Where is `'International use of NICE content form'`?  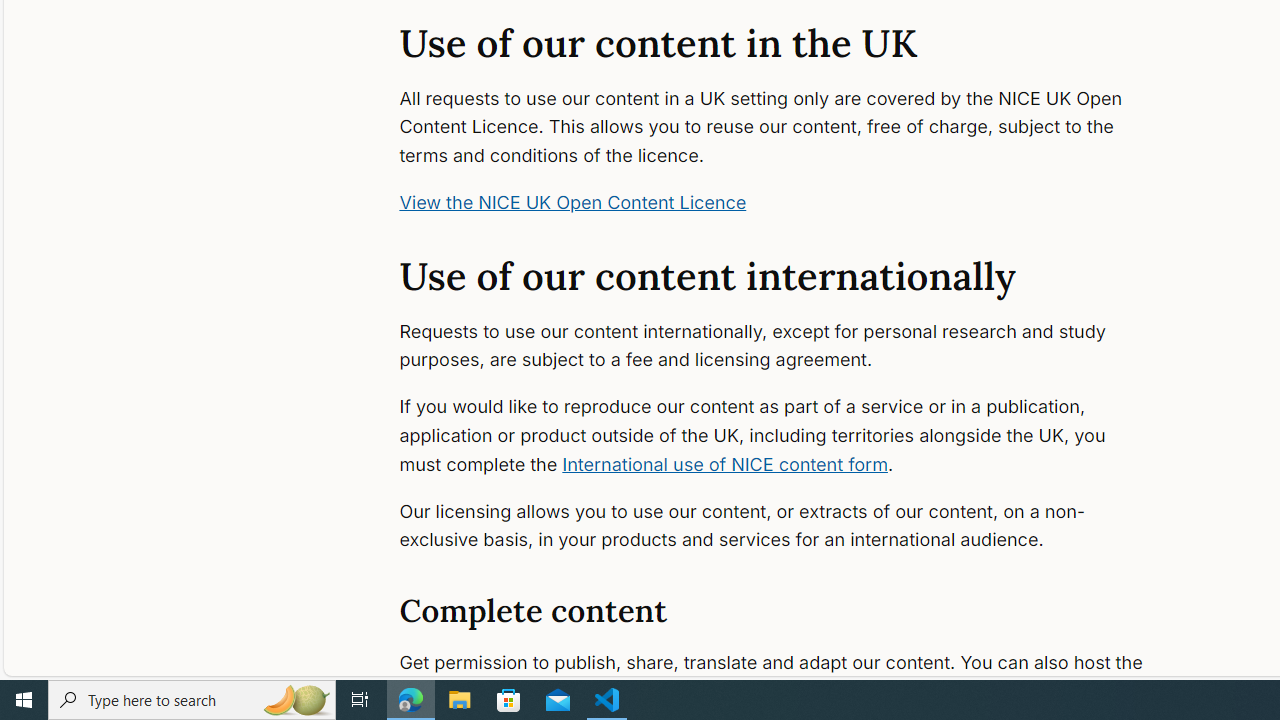 'International use of NICE content form' is located at coordinates (724, 464).